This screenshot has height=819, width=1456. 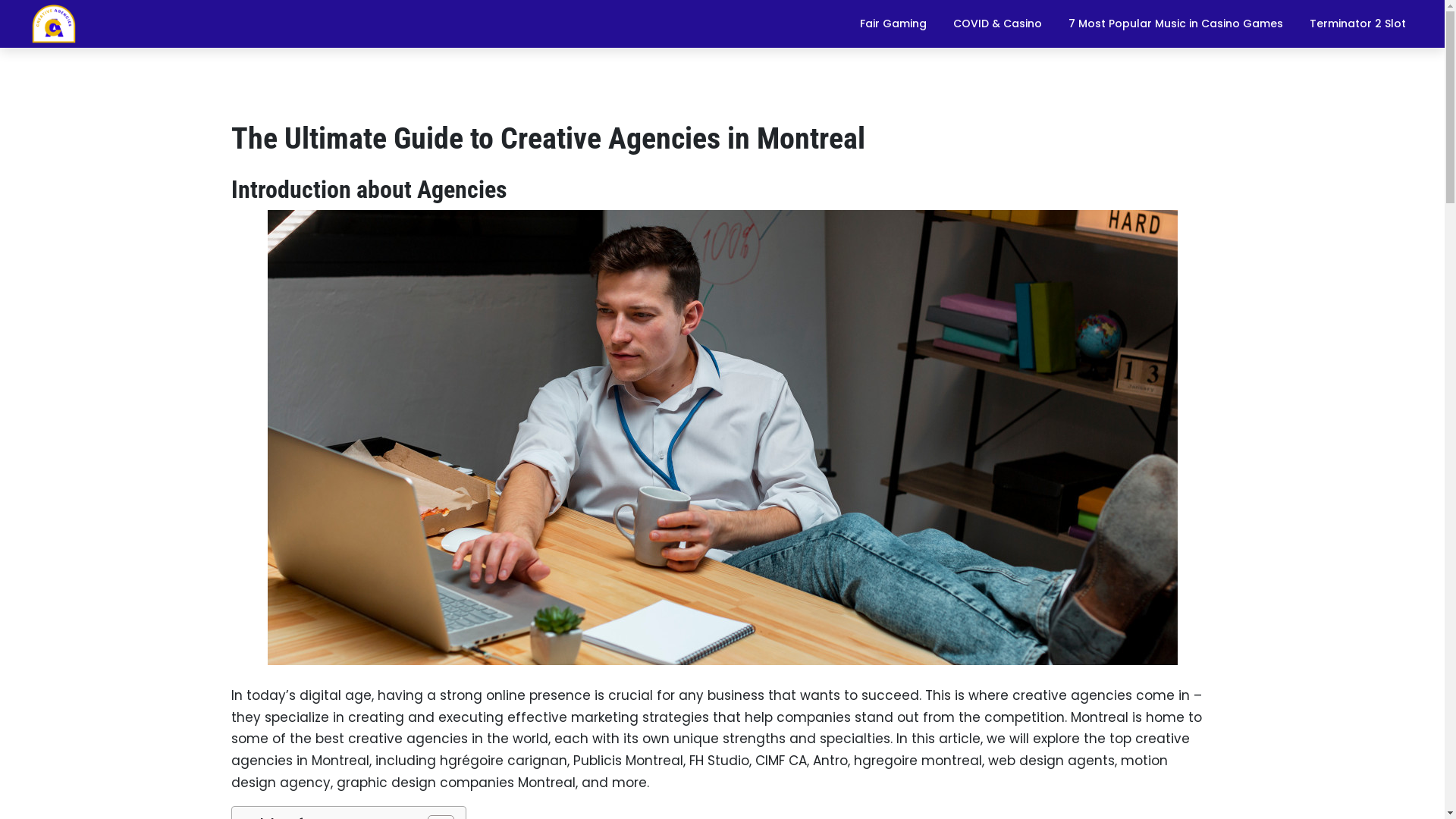 I want to click on 'Fair Gaming', so click(x=847, y=23).